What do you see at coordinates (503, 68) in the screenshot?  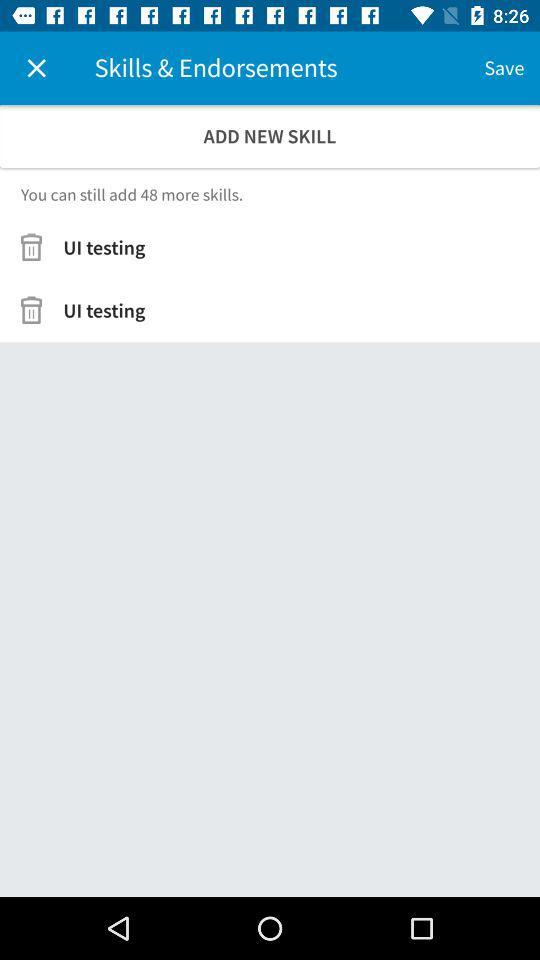 I see `the icon above add new skill icon` at bounding box center [503, 68].